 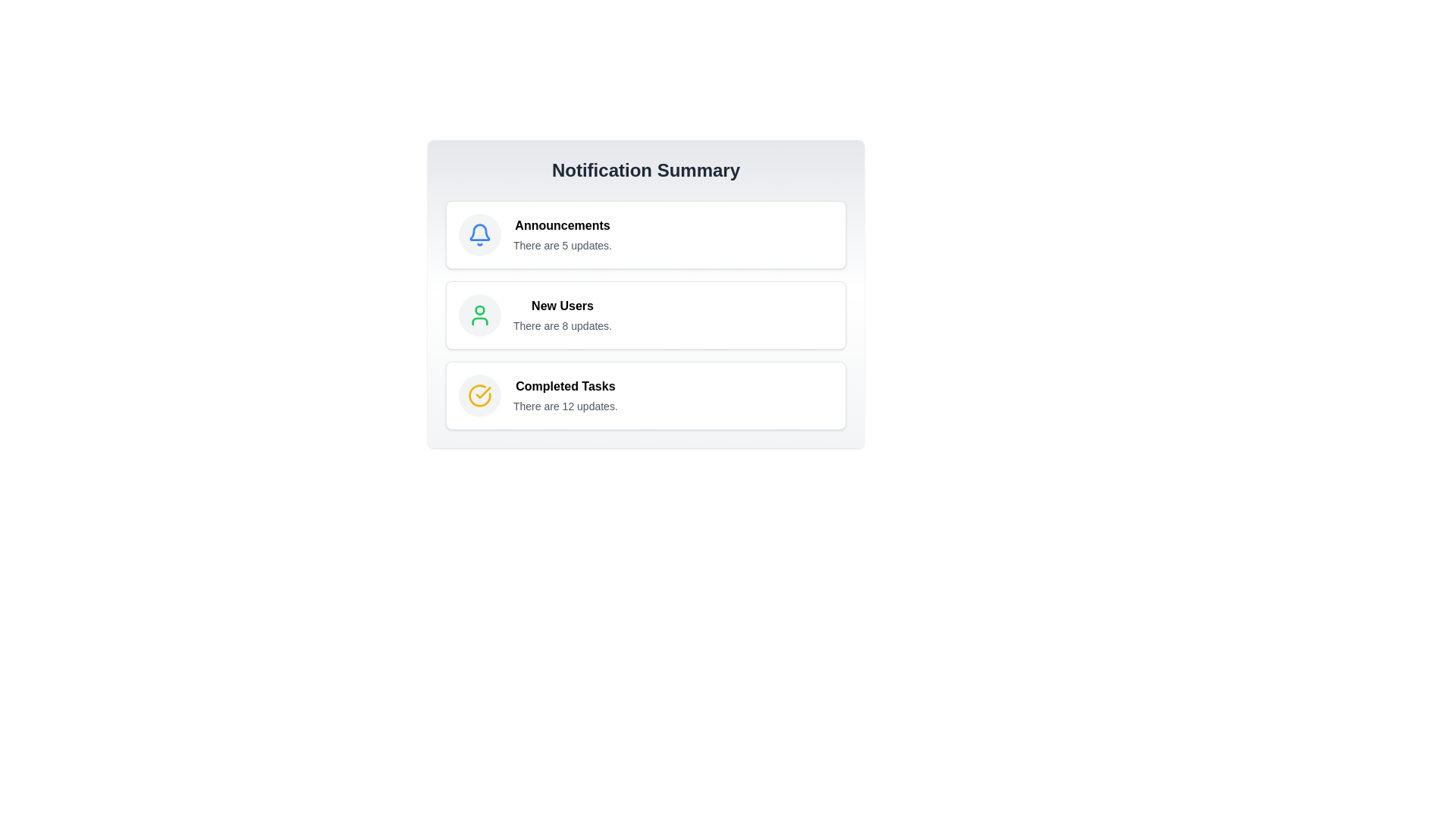 I want to click on the visual indicator icon located in the 'Completed Tasks' section, positioned to the left of the text 'Completed Tasks' and 'There are 12 updates.', so click(x=479, y=394).